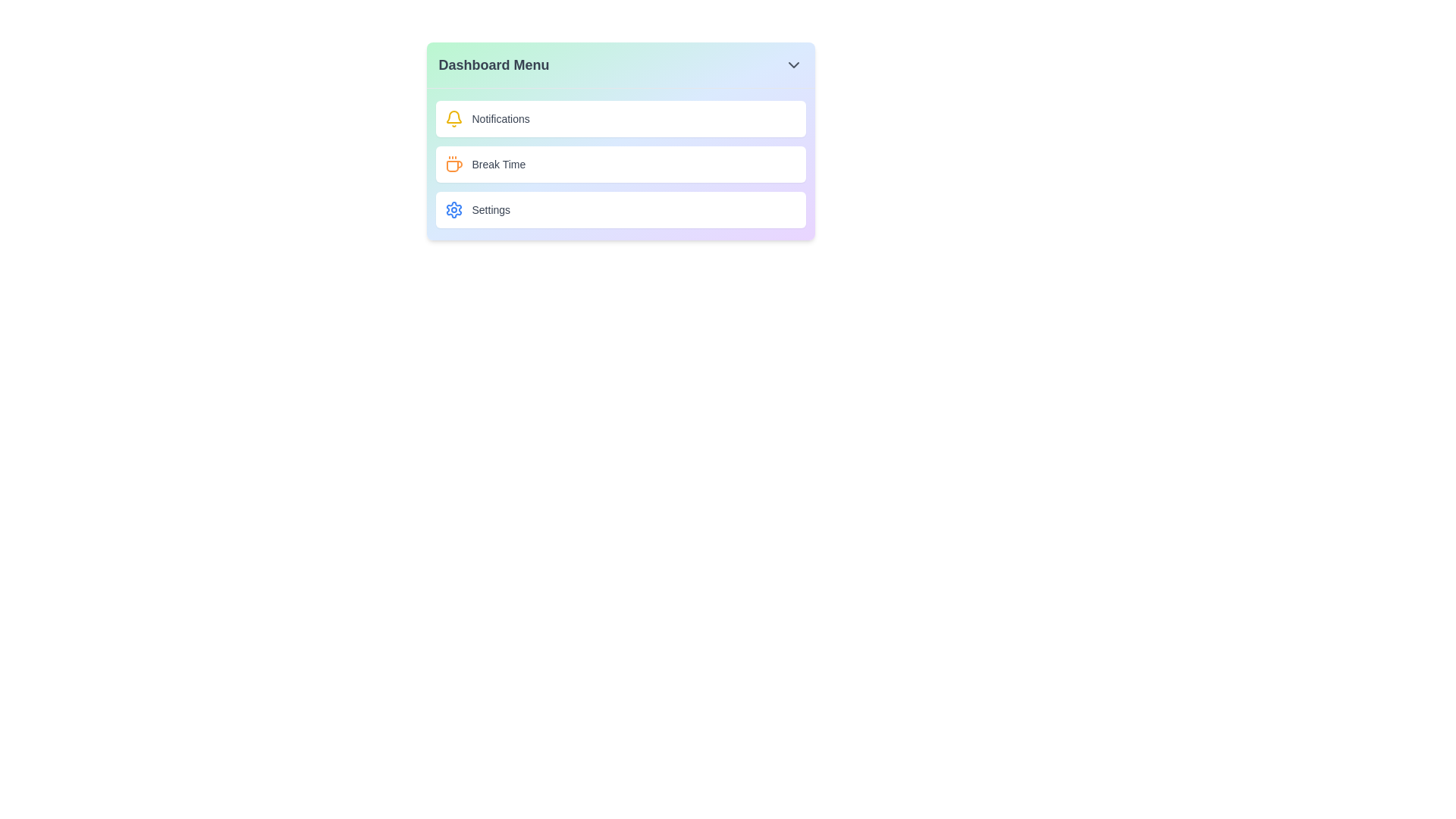  What do you see at coordinates (453, 116) in the screenshot?
I see `the 'Notifications' icon located in the upper right portion of the interface, which serves as the entry point for accessing notification-related content or settings` at bounding box center [453, 116].